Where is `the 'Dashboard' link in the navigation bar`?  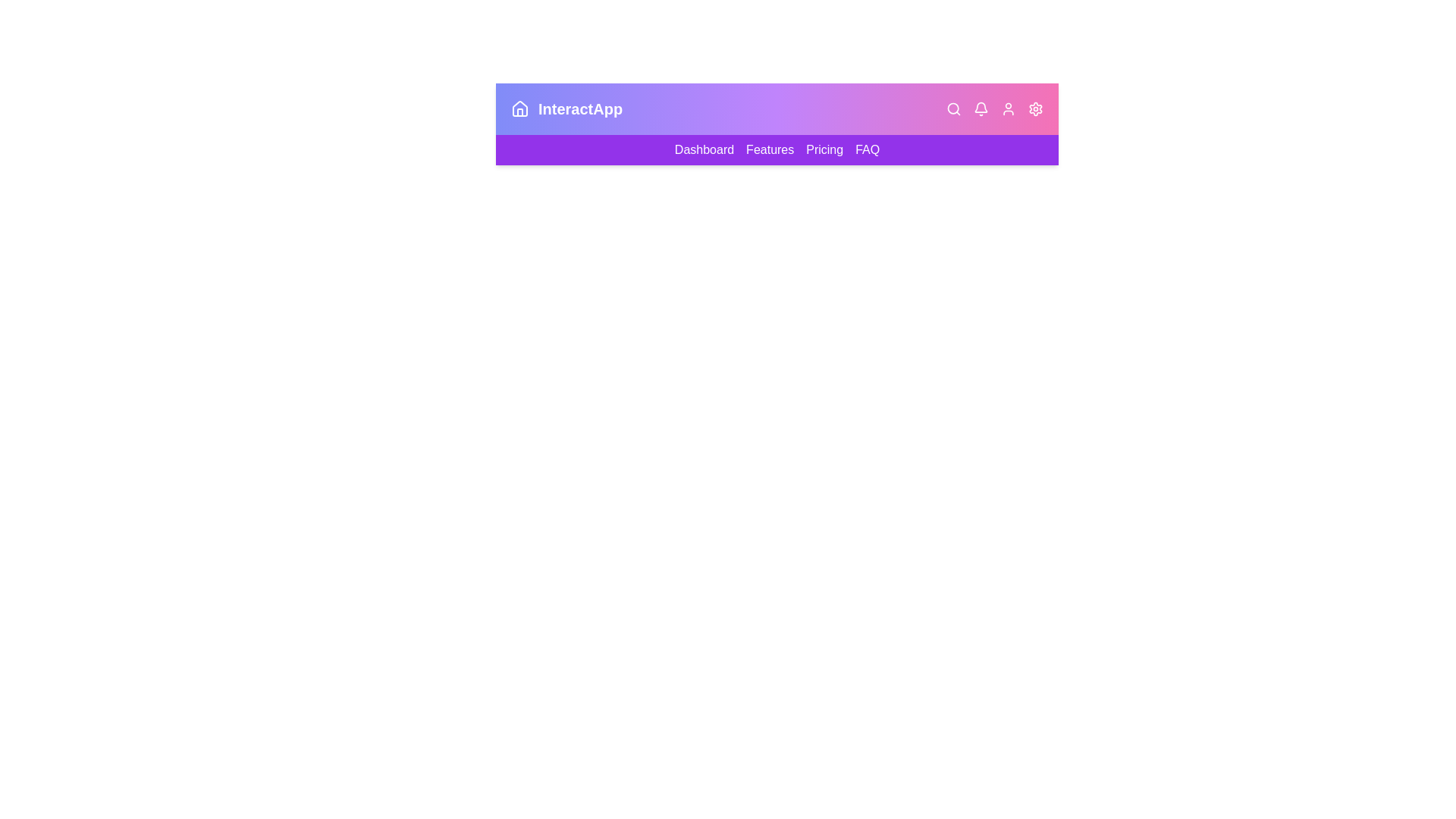
the 'Dashboard' link in the navigation bar is located at coordinates (703, 149).